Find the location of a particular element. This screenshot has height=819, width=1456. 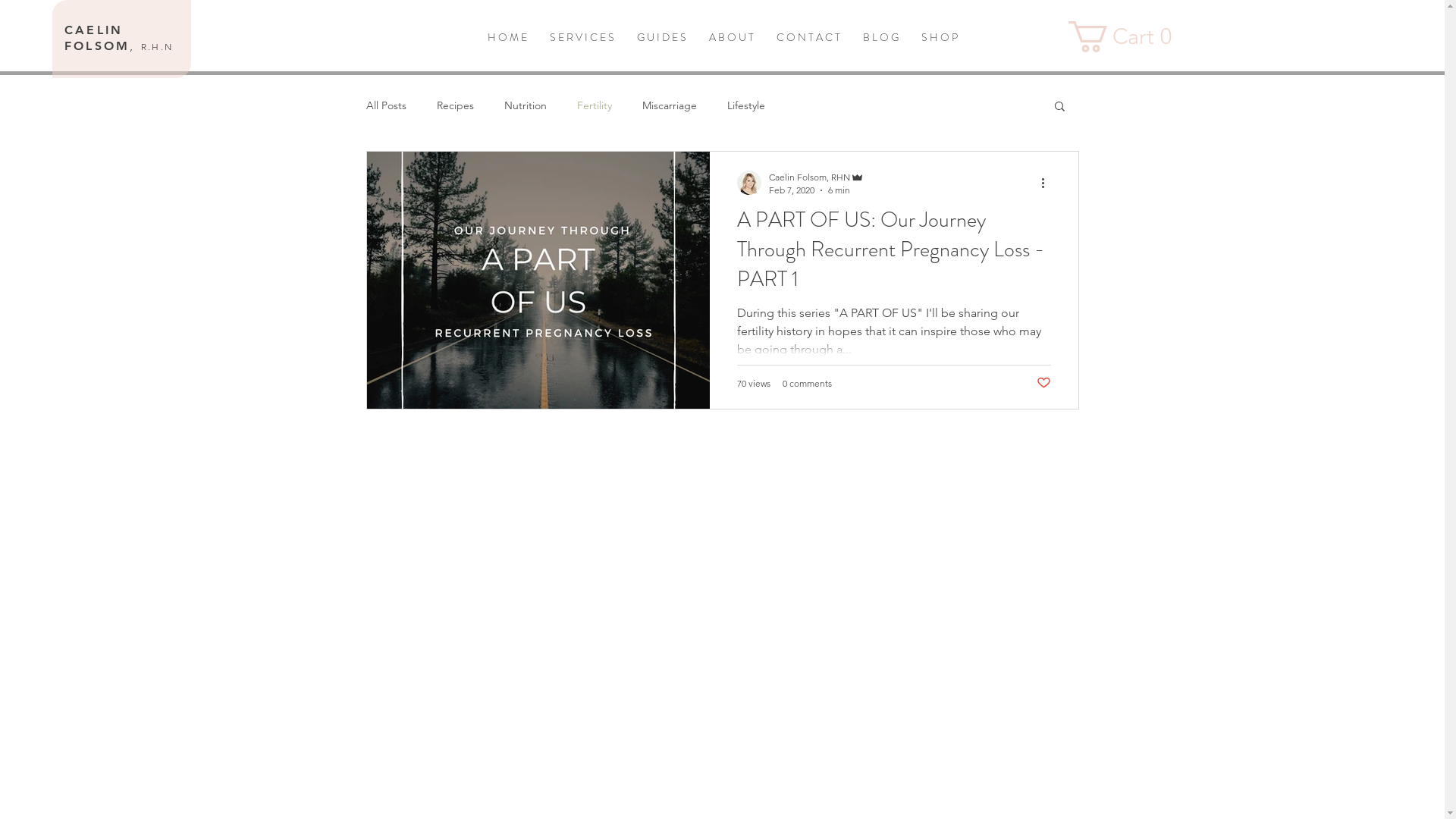

'Cart is located at coordinates (1125, 36).